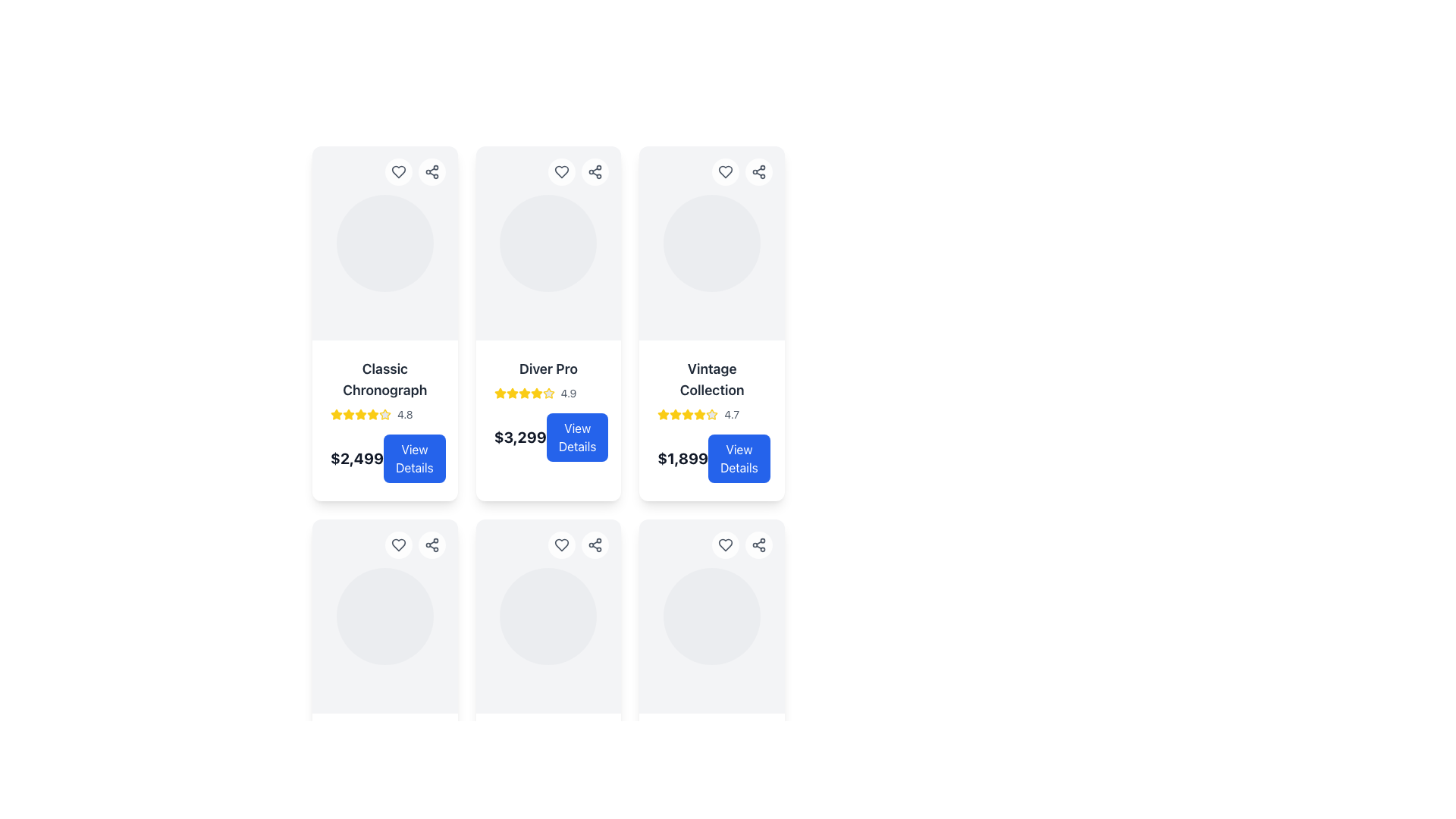  I want to click on the fifth star icon representing the rating level located beneath the 'Classic Chronograph' text in the first card of the grid layout, so click(359, 415).